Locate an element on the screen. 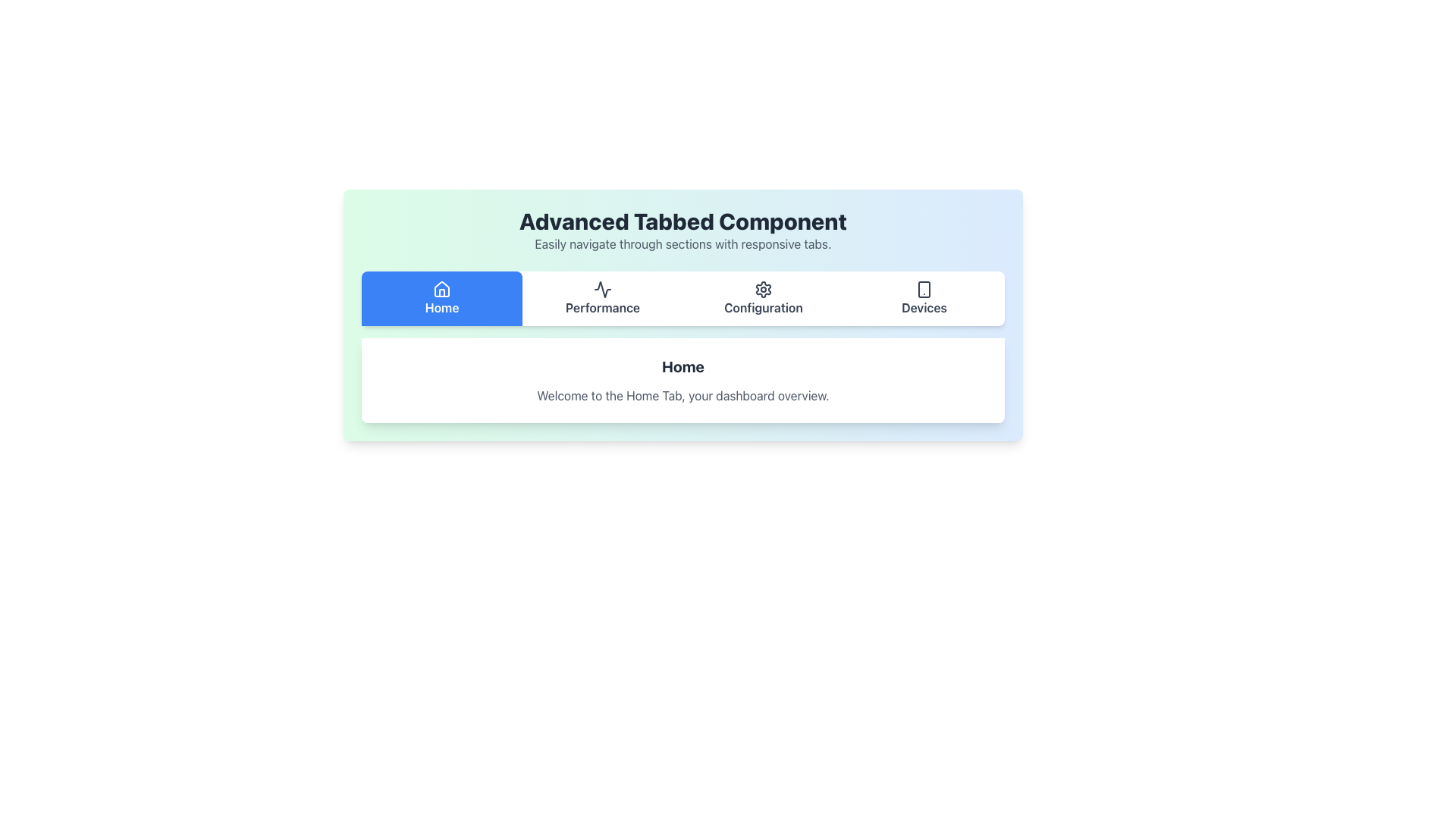 Image resolution: width=1456 pixels, height=819 pixels. the 'Configuration' tab icon in the navigation bar is located at coordinates (764, 289).